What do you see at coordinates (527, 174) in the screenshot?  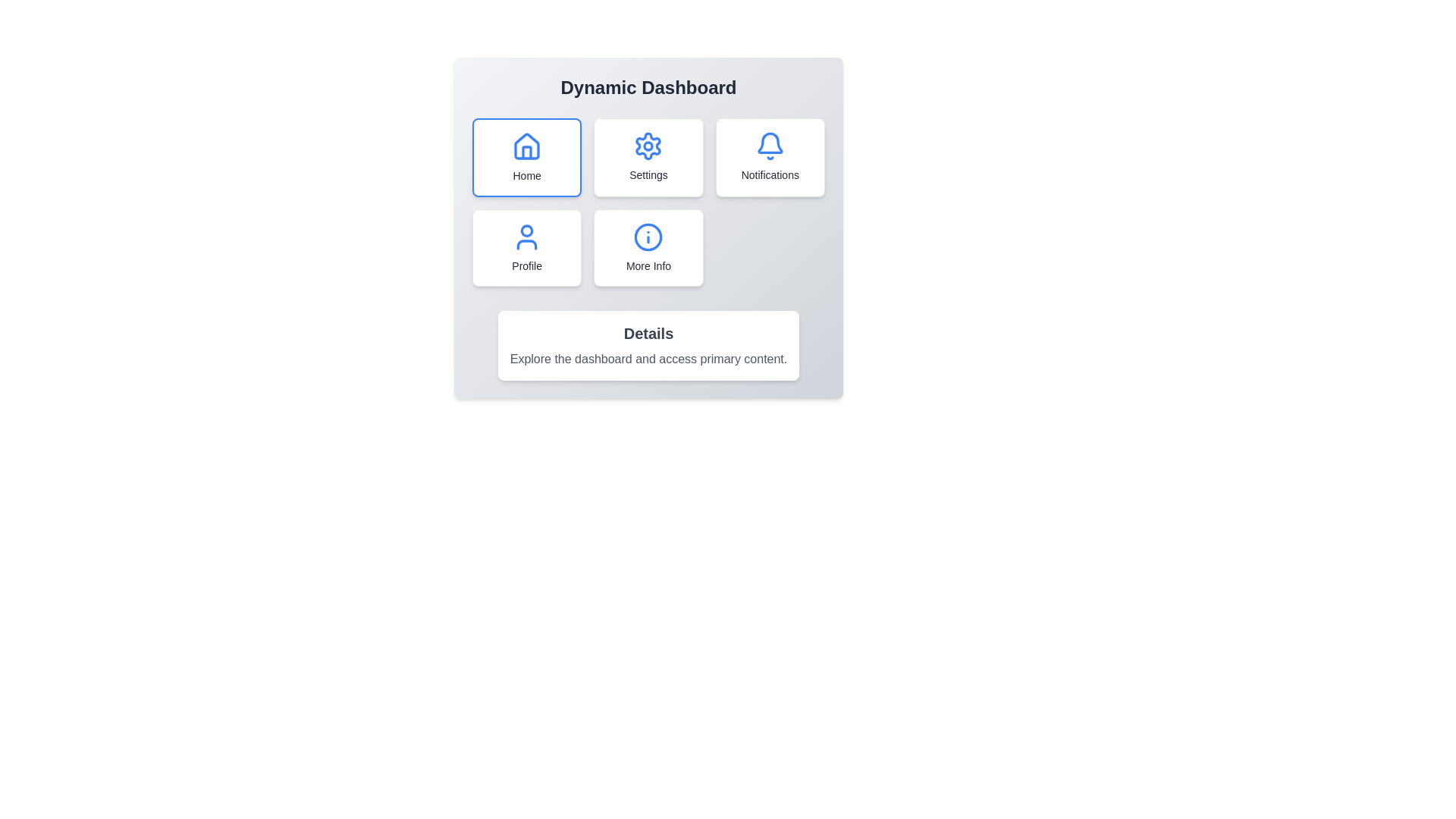 I see `text of the bold 'Home' label that is positioned beneath the icon in the first card of the grid layout` at bounding box center [527, 174].